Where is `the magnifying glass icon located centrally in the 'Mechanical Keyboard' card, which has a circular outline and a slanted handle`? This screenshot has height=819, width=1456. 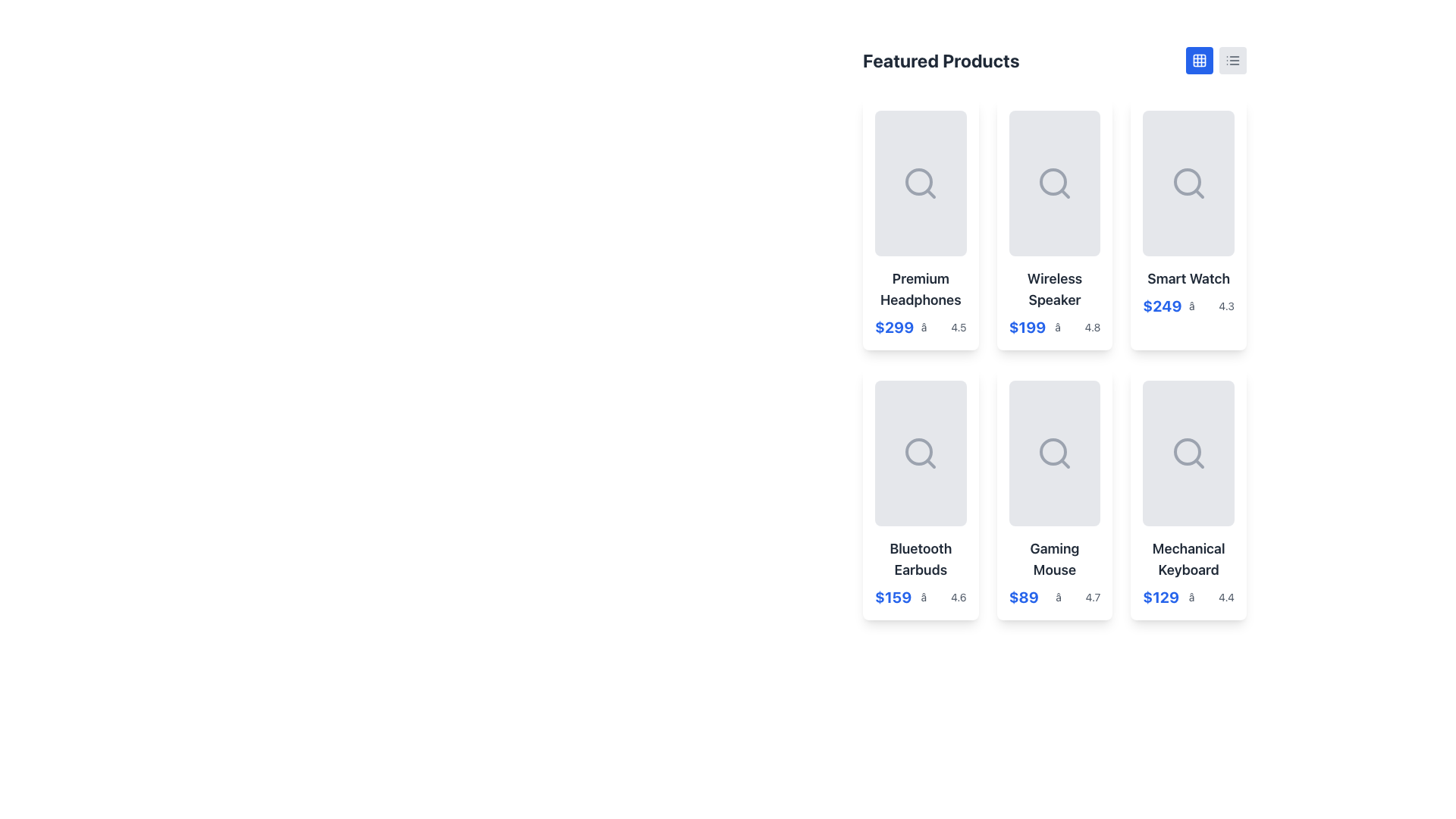
the magnifying glass icon located centrally in the 'Mechanical Keyboard' card, which has a circular outline and a slanted handle is located at coordinates (1188, 452).